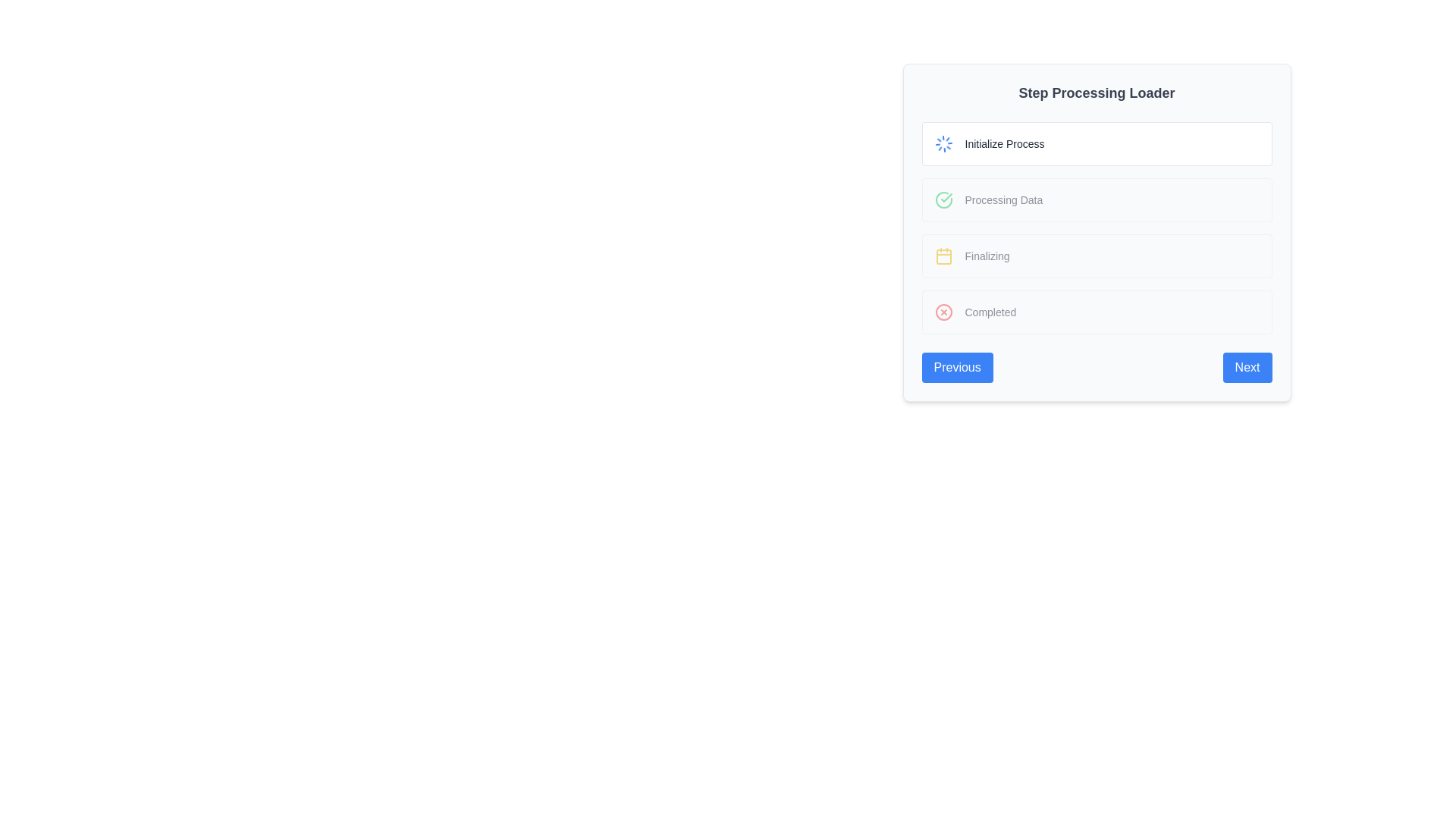  I want to click on the content of the vertically stacked section containing the stages 'Initialize Process', 'Processing Data', 'Finalizing', and 'Completed' located beneath the title 'Step Processing Loader', so click(1097, 227).